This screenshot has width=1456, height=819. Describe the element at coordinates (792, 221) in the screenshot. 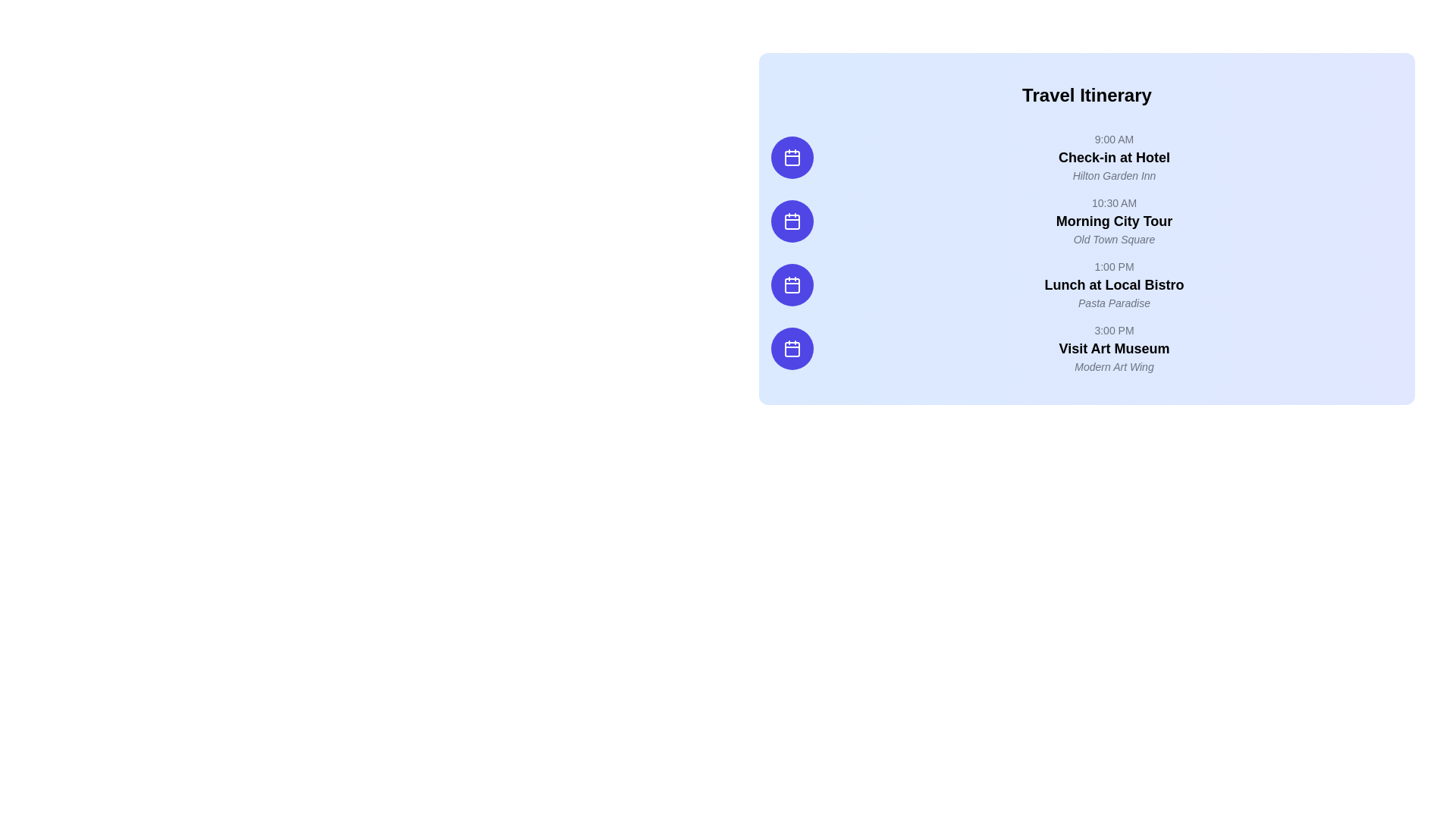

I see `the circular button with a purple background and white calendar icon, which is the second button in a vertical sequence of four buttons in the 'Travel Itinerary' section` at that location.